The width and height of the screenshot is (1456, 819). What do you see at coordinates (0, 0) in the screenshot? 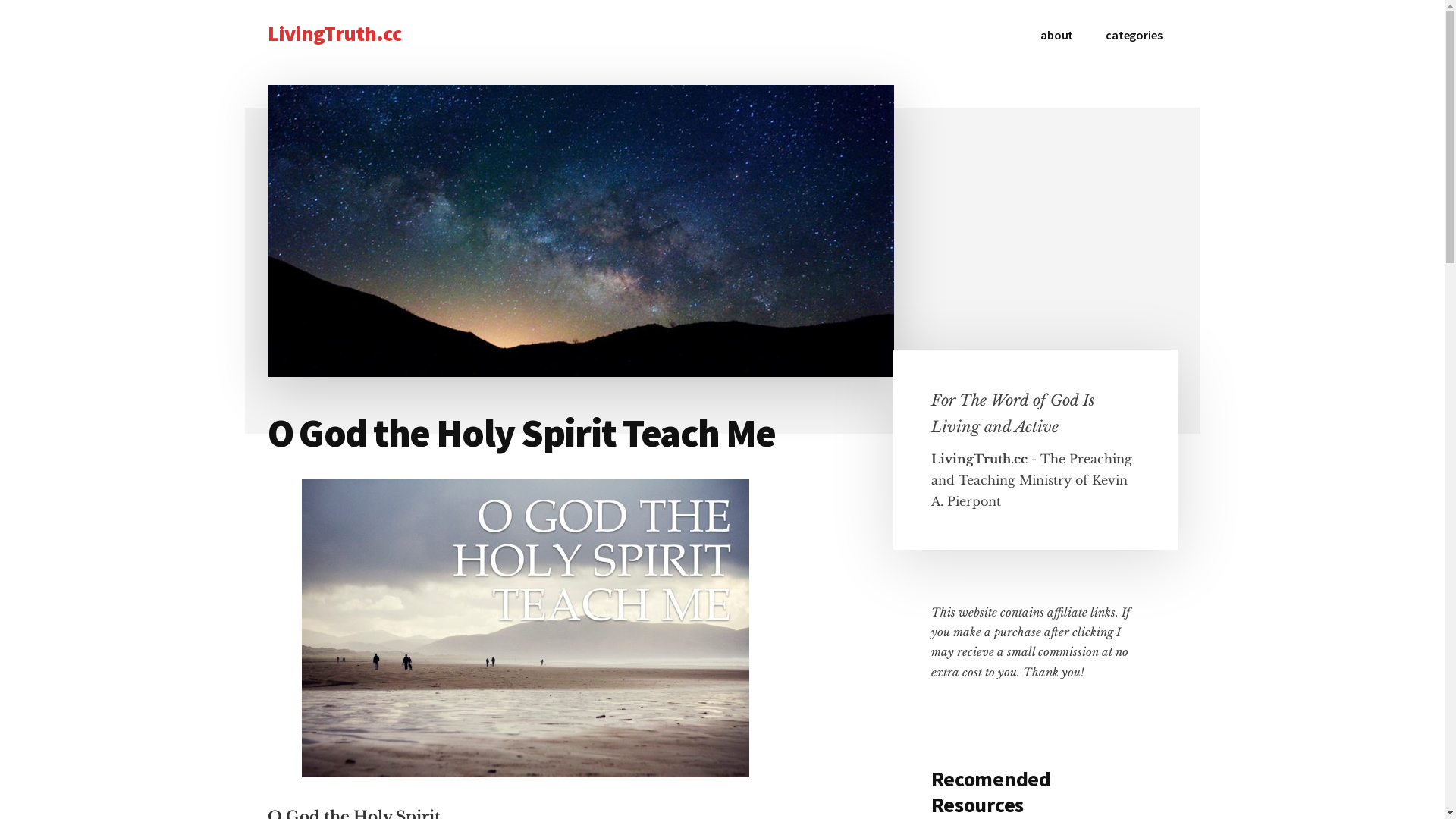
I see `'Skip to main content'` at bounding box center [0, 0].